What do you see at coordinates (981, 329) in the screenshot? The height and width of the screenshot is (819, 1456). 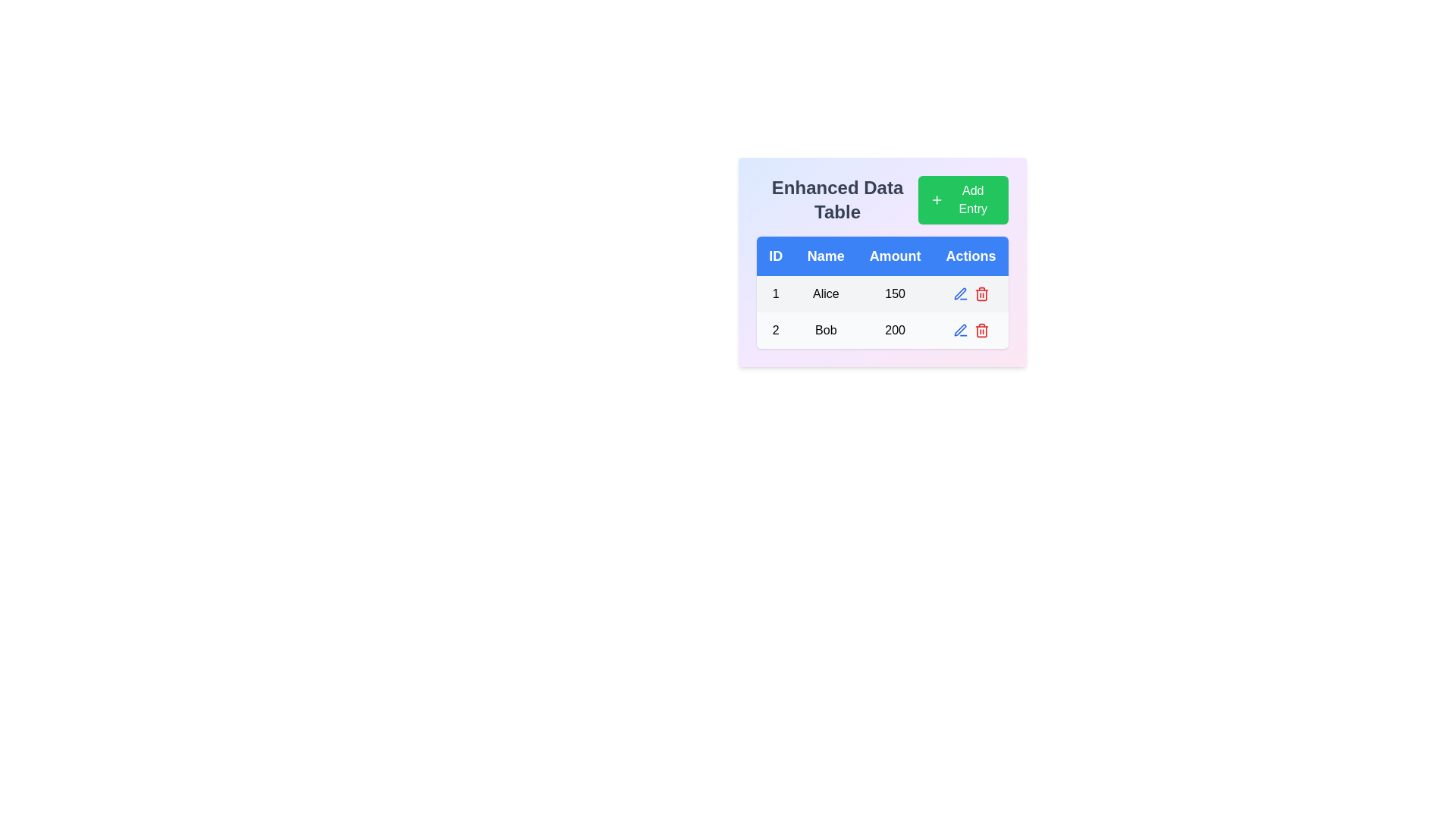 I see `the red trash can icon in the Actions column of the second row to initiate a delete action` at bounding box center [981, 329].